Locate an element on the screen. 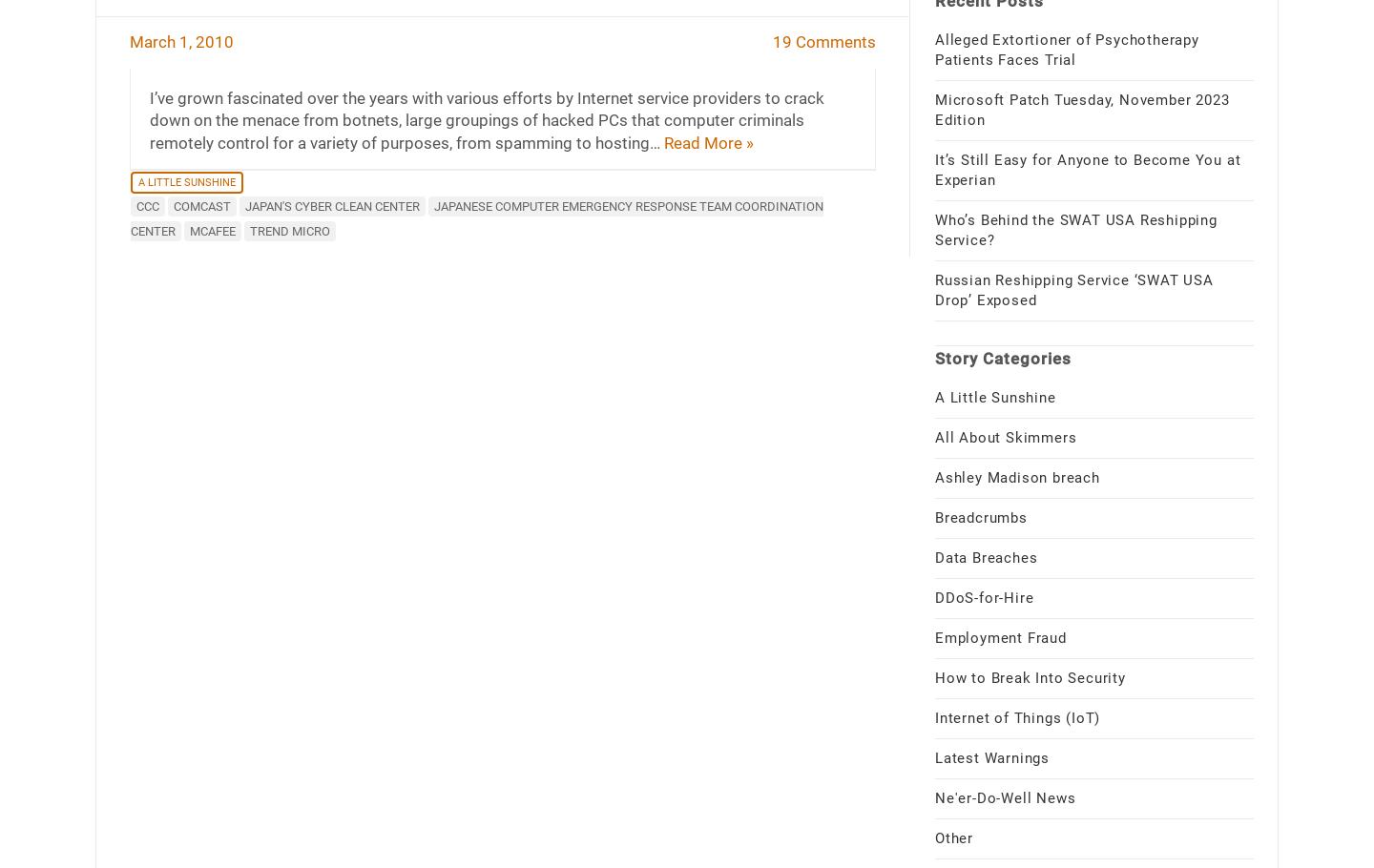 The width and height of the screenshot is (1374, 868). 'All About Skimmers' is located at coordinates (1005, 436).